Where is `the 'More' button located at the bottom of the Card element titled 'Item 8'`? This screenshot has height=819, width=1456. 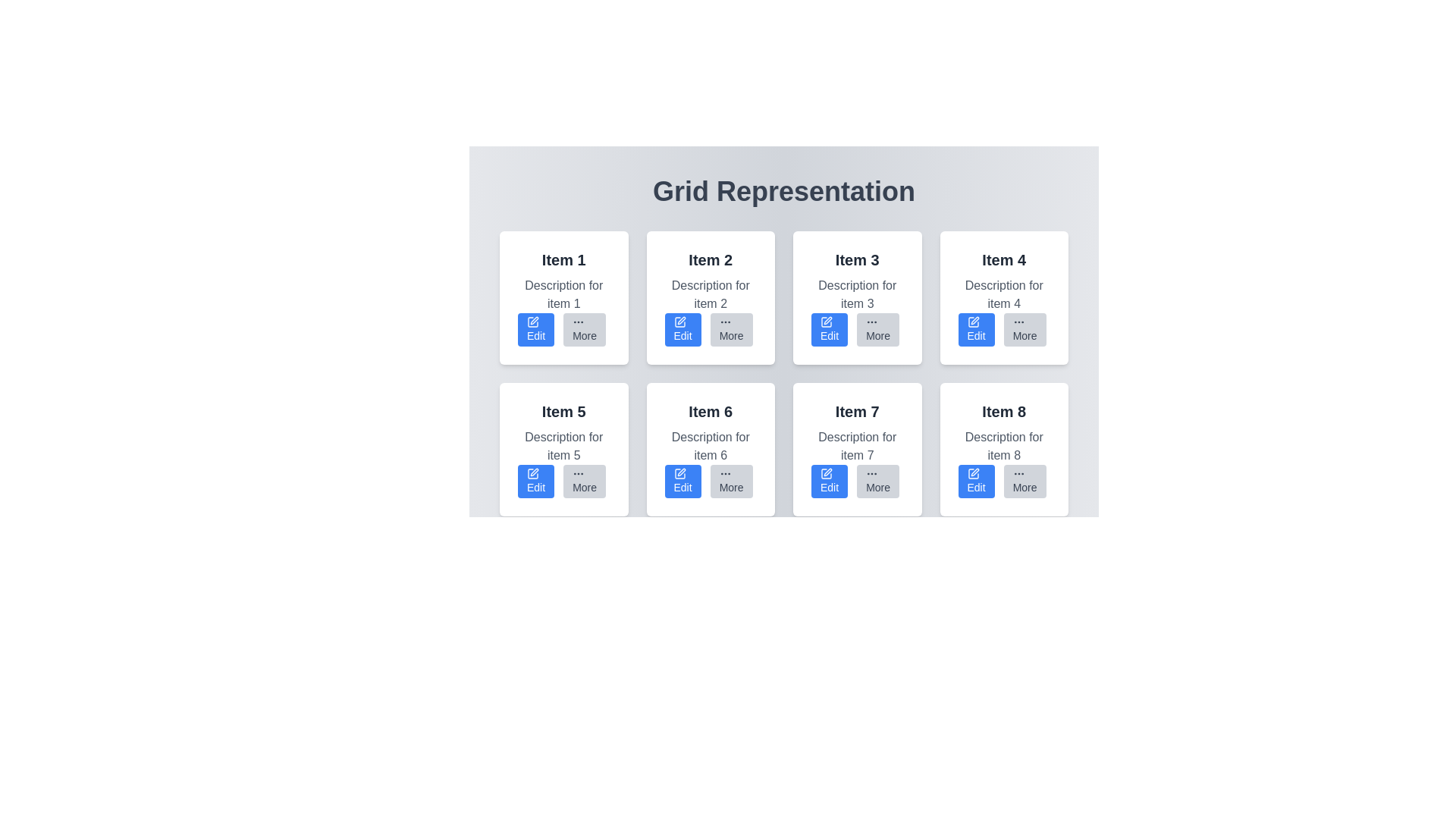 the 'More' button located at the bottom of the Card element titled 'Item 8' is located at coordinates (1004, 449).